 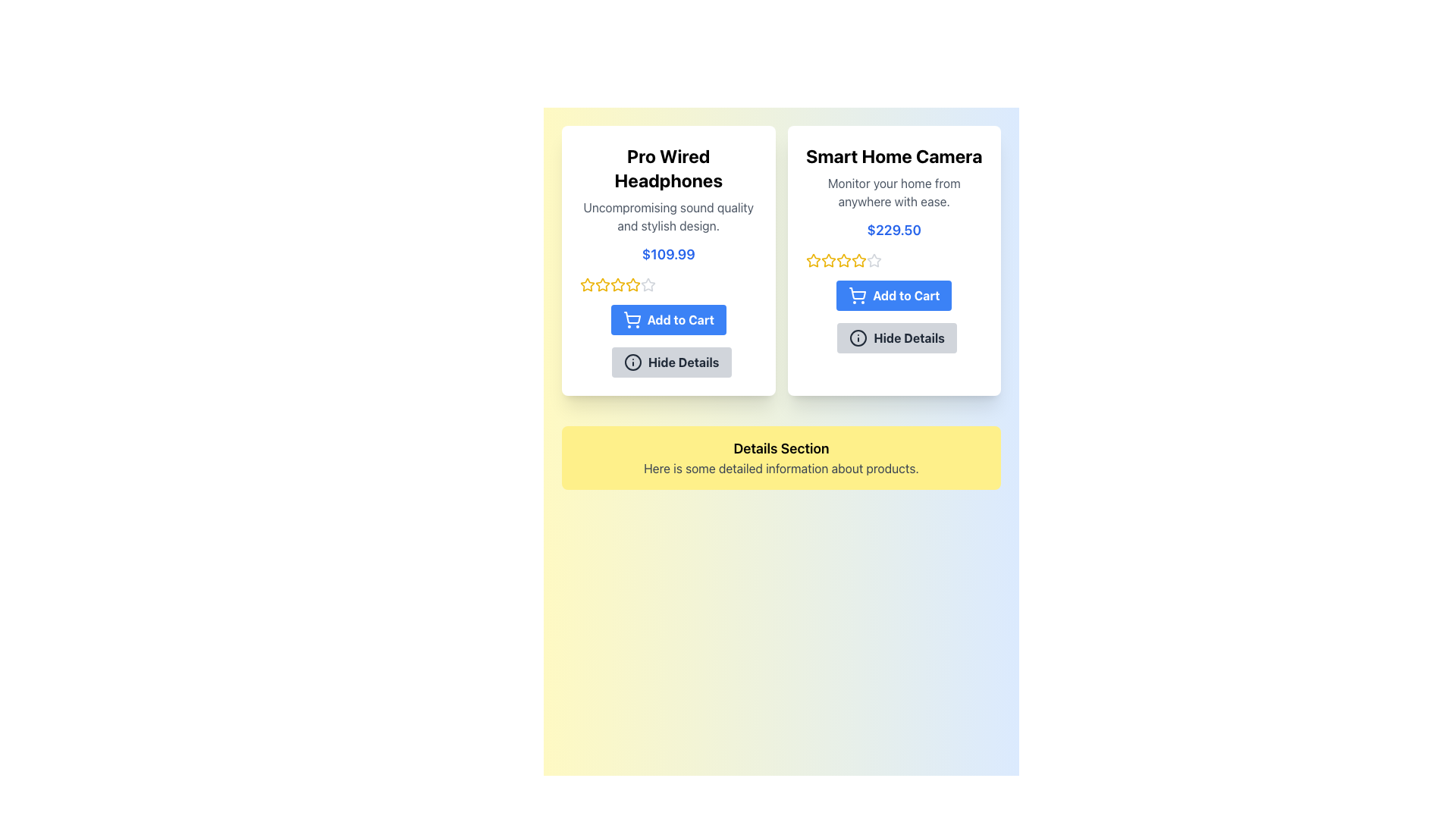 I want to click on price displayed on the text label located centrally below the product description of 'Pro Wired Headphones', so click(x=667, y=253).